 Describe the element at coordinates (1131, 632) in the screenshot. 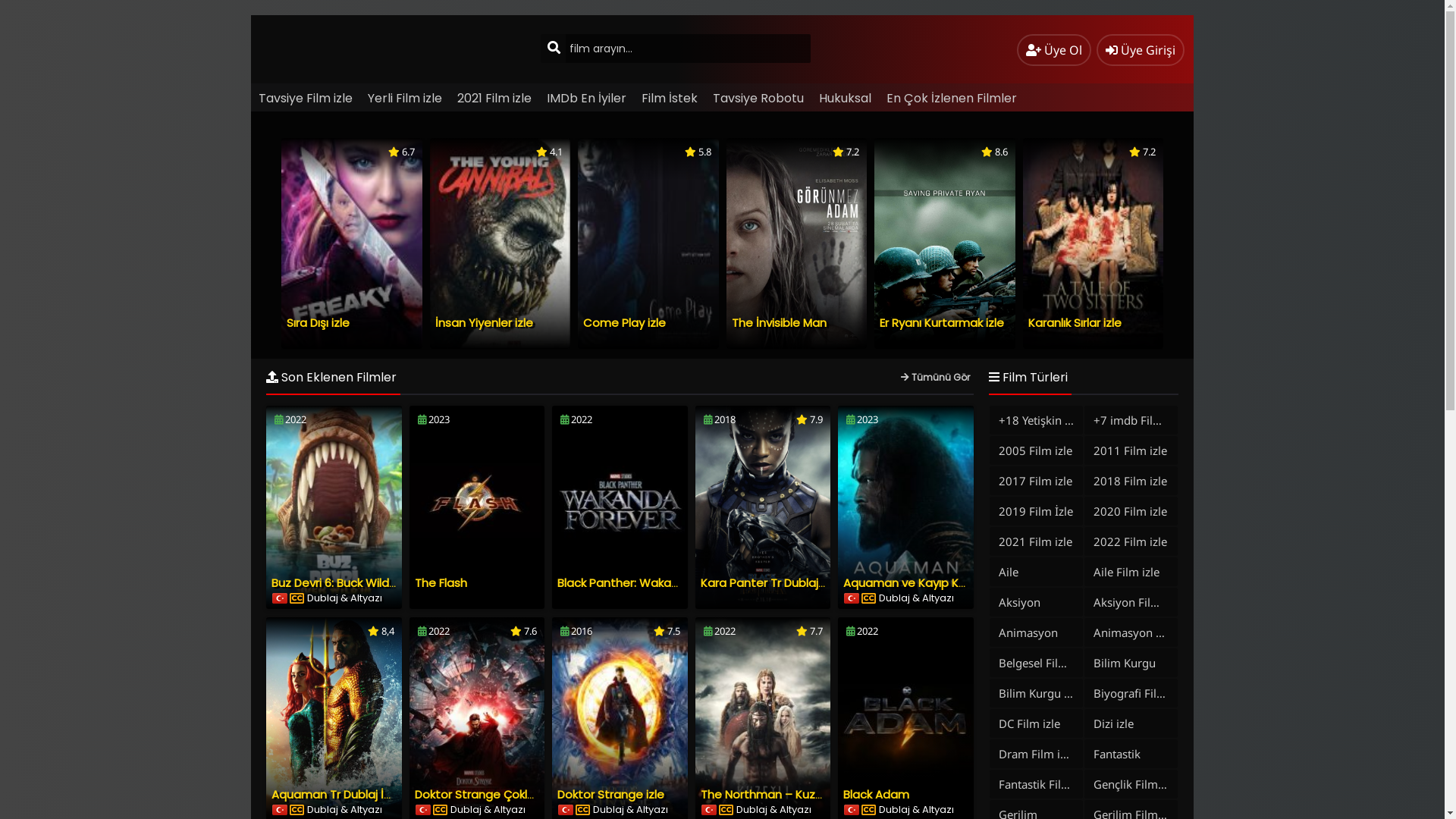

I see `'Animasyon Film izle'` at that location.